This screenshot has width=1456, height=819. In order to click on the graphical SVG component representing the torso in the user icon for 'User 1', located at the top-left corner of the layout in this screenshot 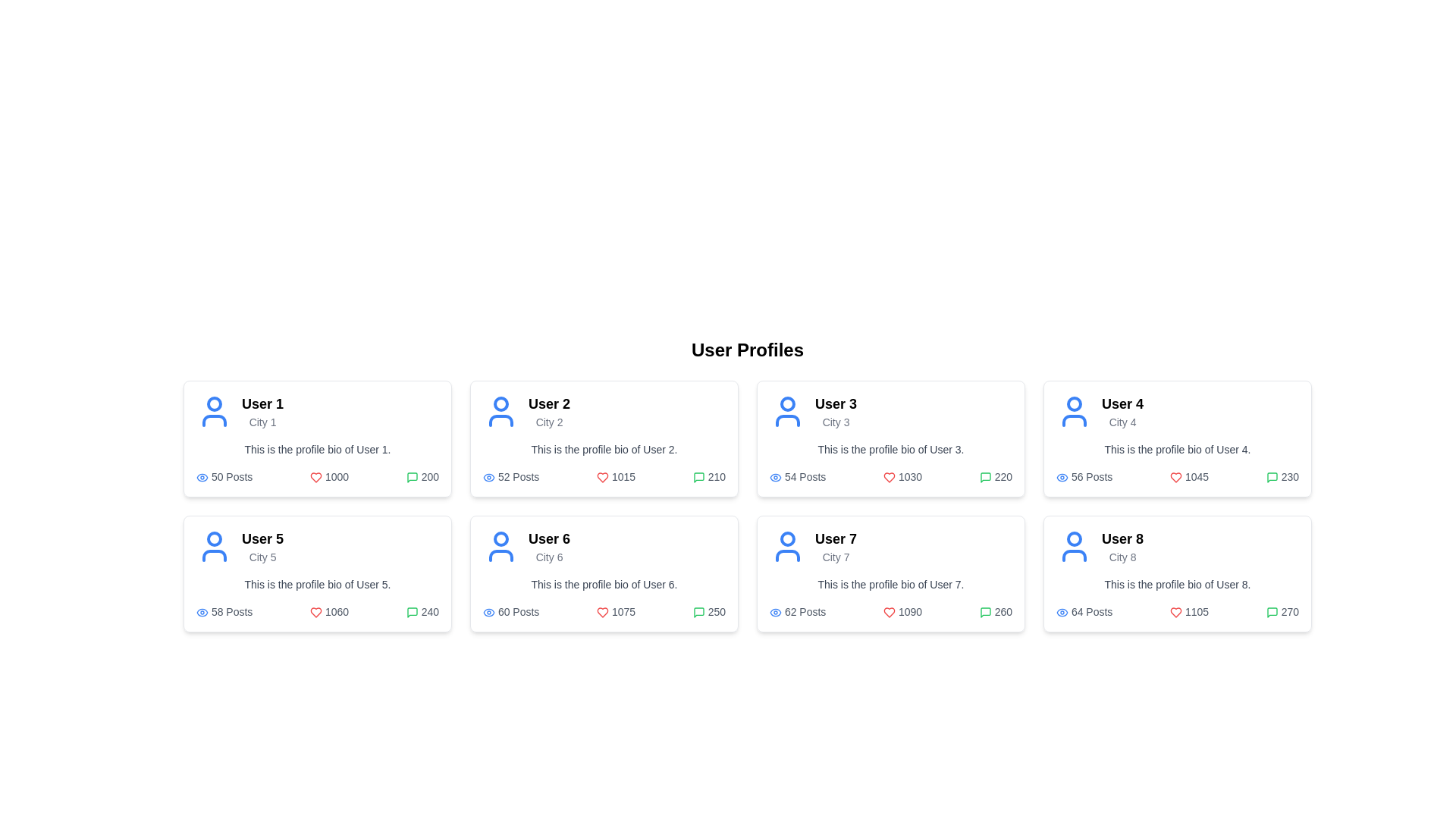, I will do `click(214, 421)`.